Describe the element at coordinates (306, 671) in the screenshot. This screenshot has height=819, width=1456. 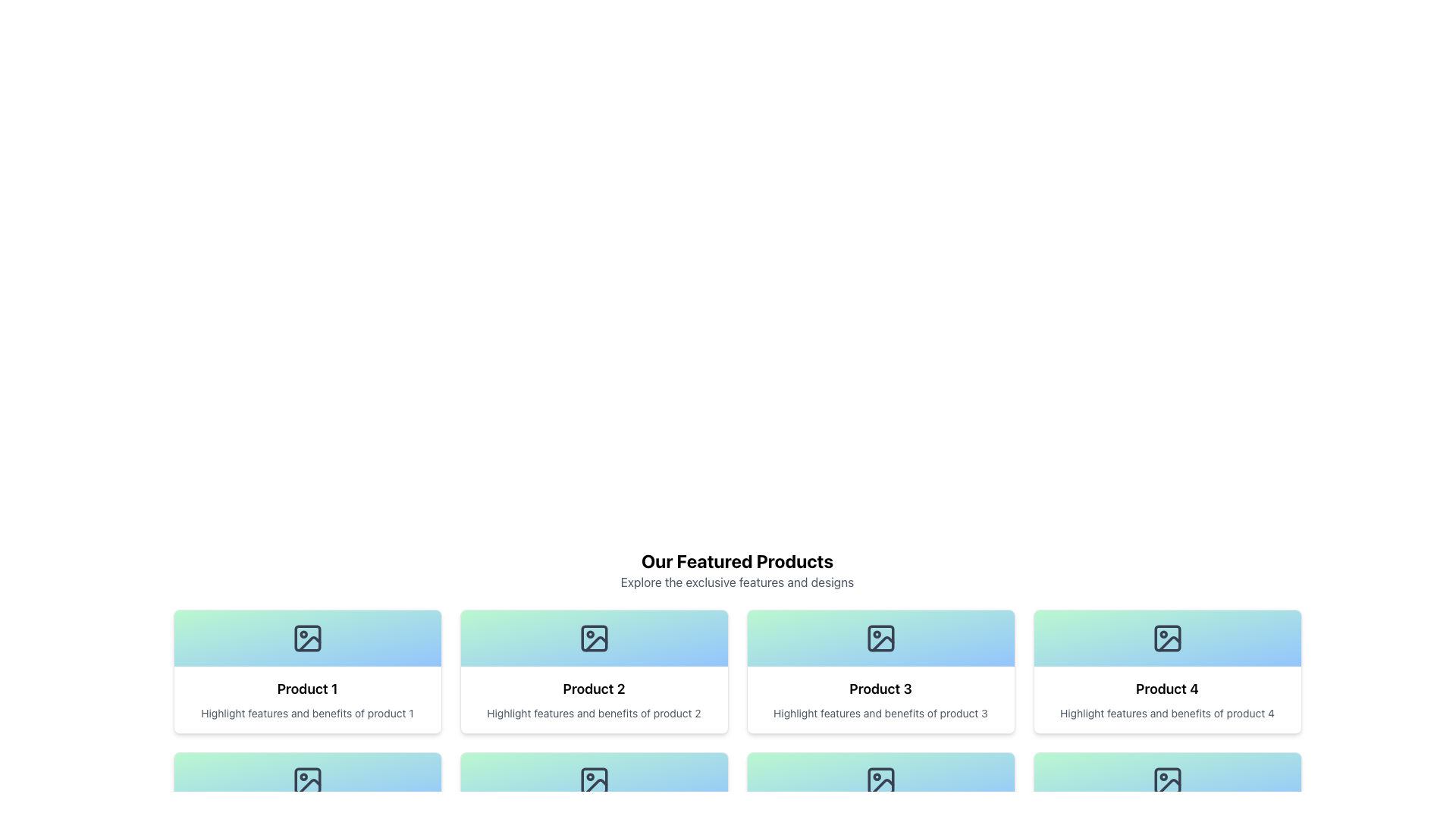
I see `the featured product card located in the top-left corner of the grid under the 'Our Featured Products' heading` at that location.